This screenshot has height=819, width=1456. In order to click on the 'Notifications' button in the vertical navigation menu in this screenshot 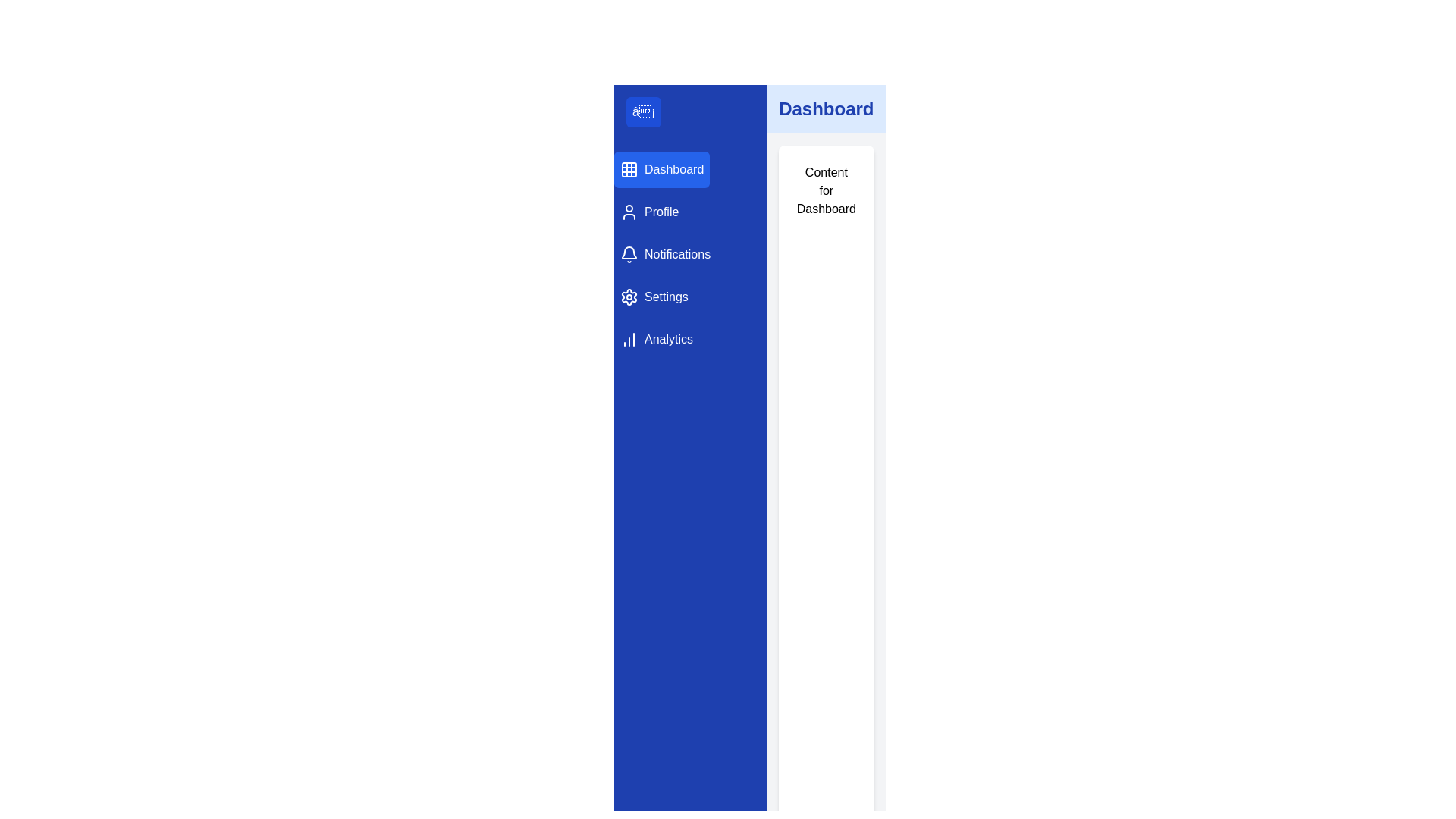, I will do `click(689, 253)`.